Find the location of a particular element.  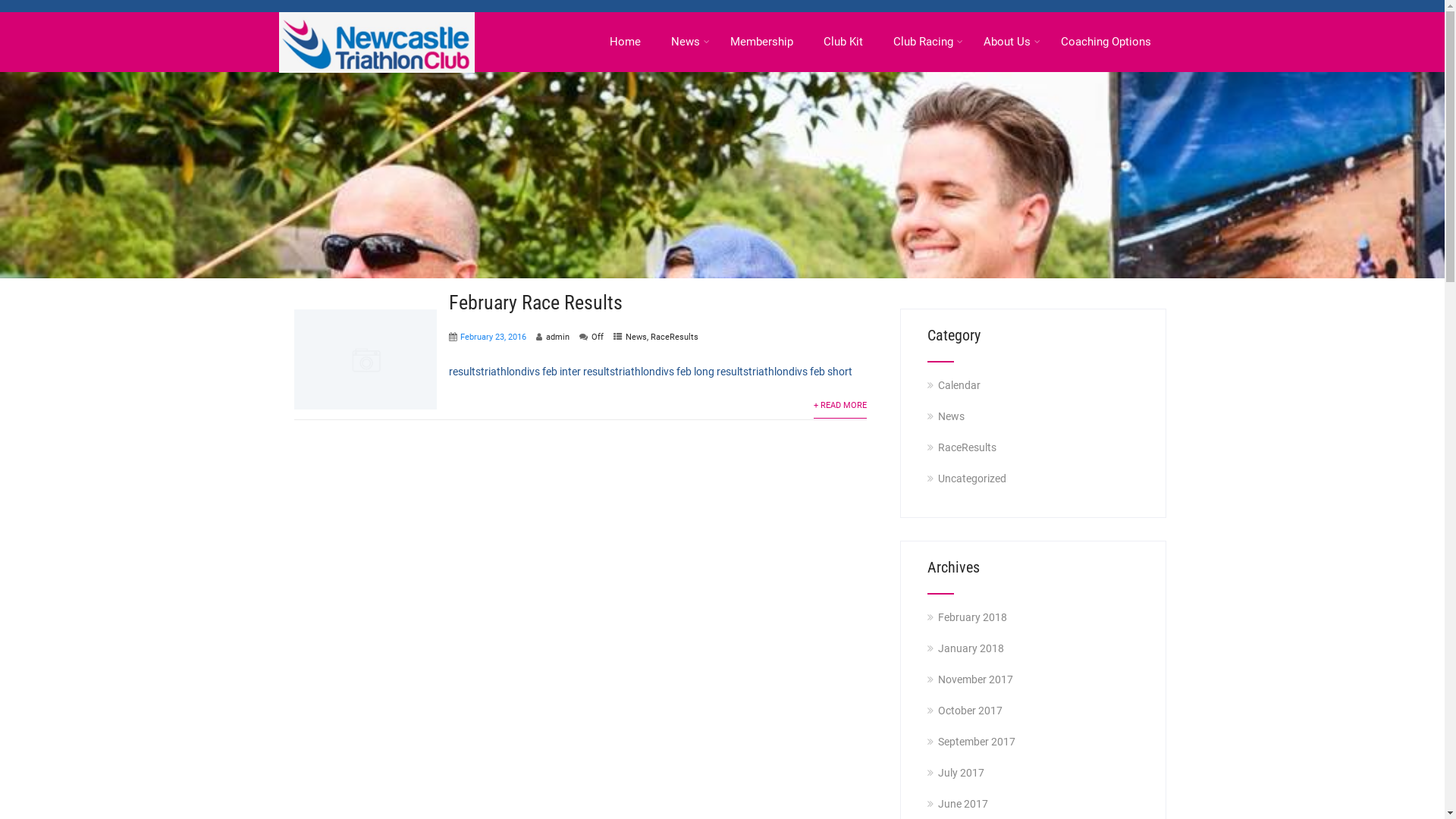

'Club Kit' is located at coordinates (843, 41).